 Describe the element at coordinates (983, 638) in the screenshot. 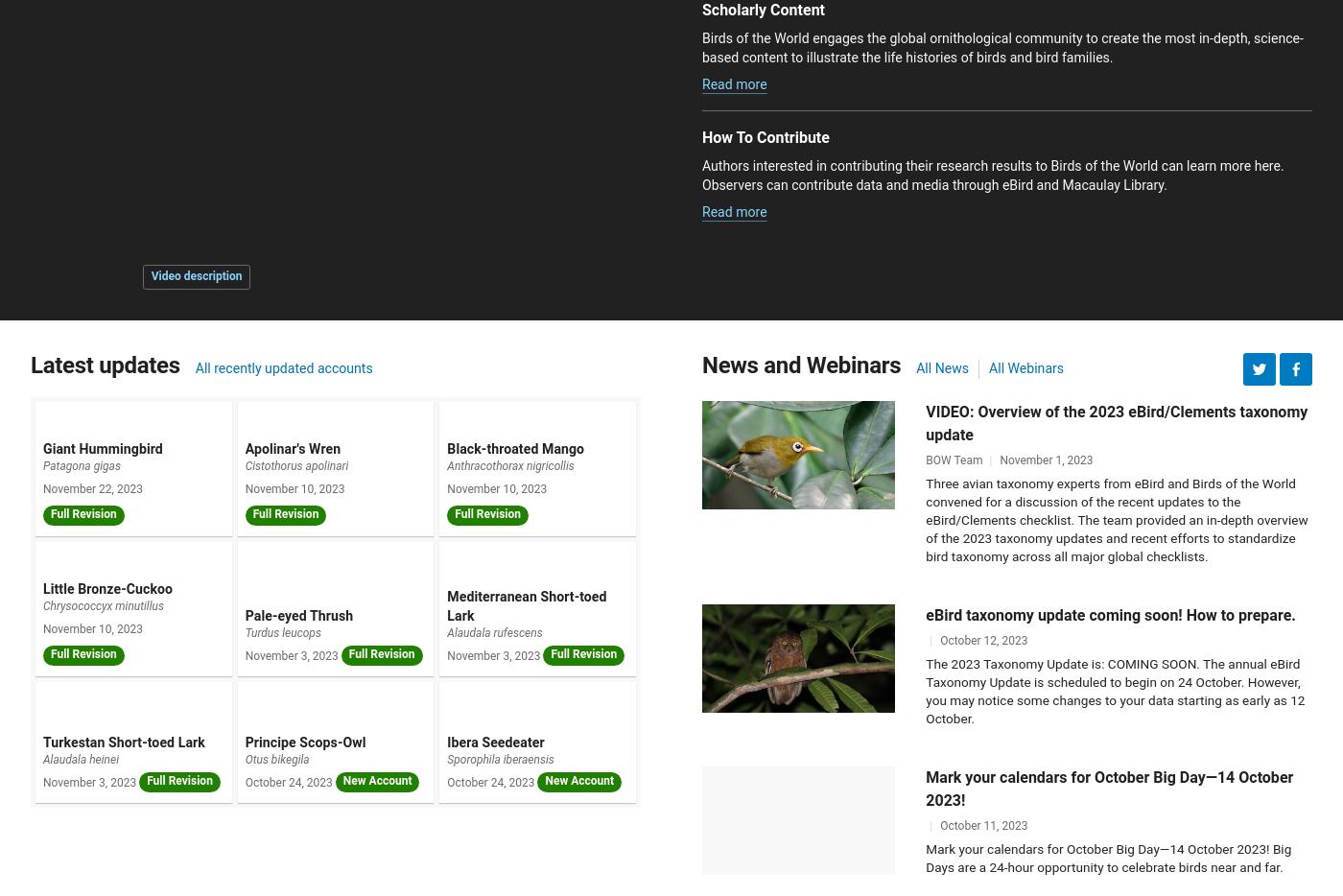

I see `'October 12, 2023'` at that location.